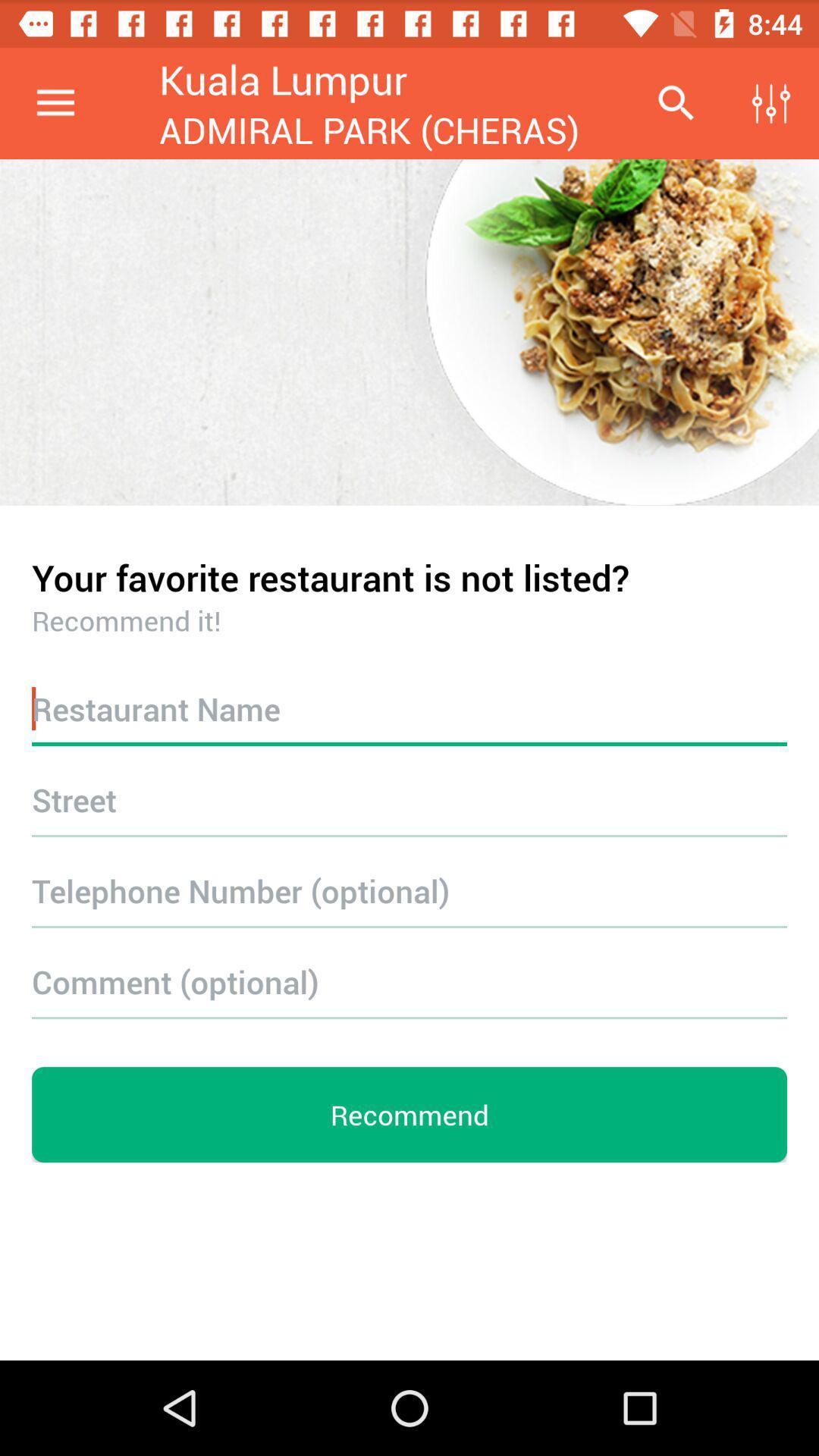 Image resolution: width=819 pixels, height=1456 pixels. I want to click on street info, so click(409, 799).